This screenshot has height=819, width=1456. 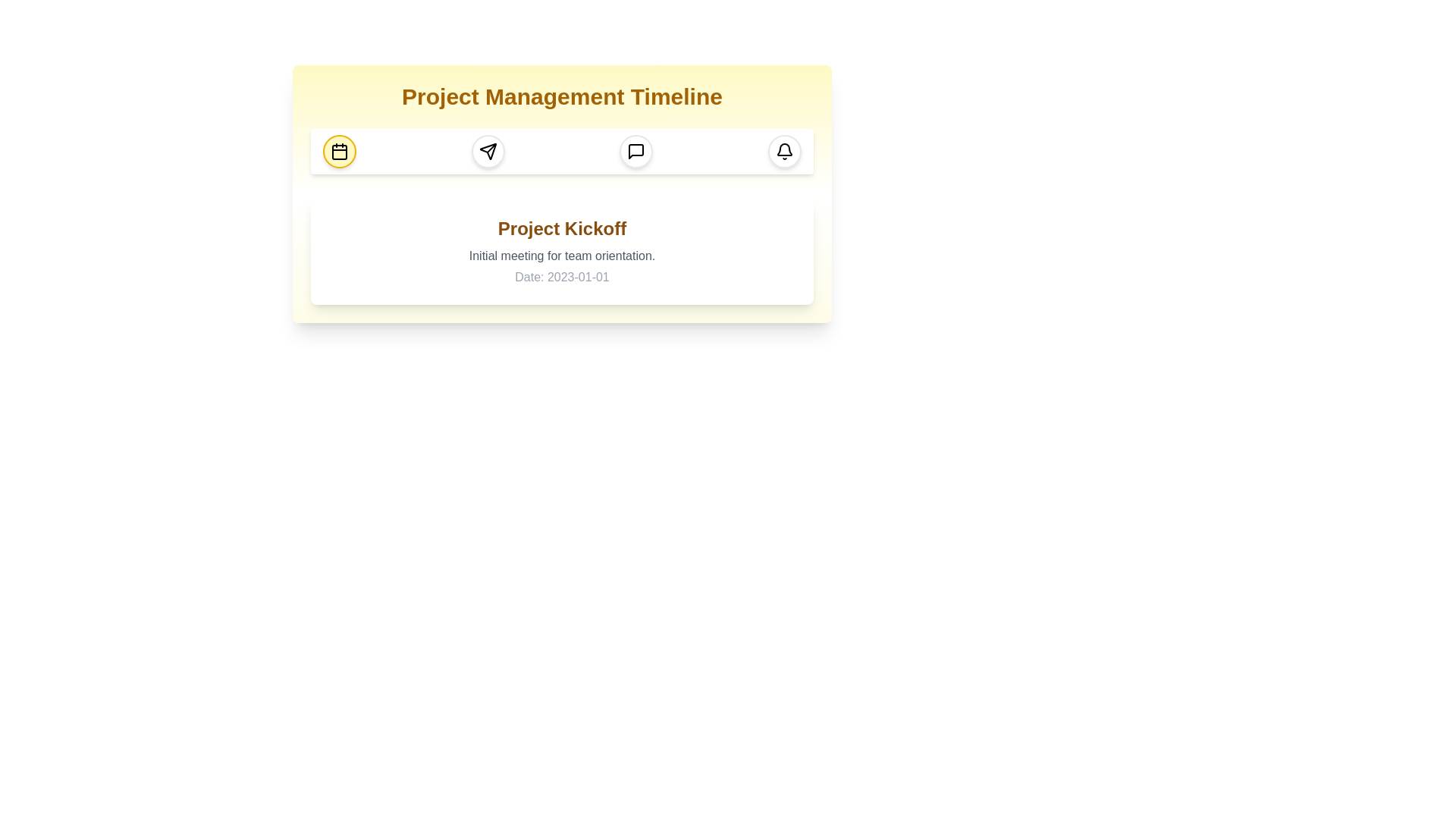 What do you see at coordinates (561, 278) in the screenshot?
I see `the text label displaying 'Date: 2023-01-01' at the bottom of the 'Project Kickoff' card` at bounding box center [561, 278].